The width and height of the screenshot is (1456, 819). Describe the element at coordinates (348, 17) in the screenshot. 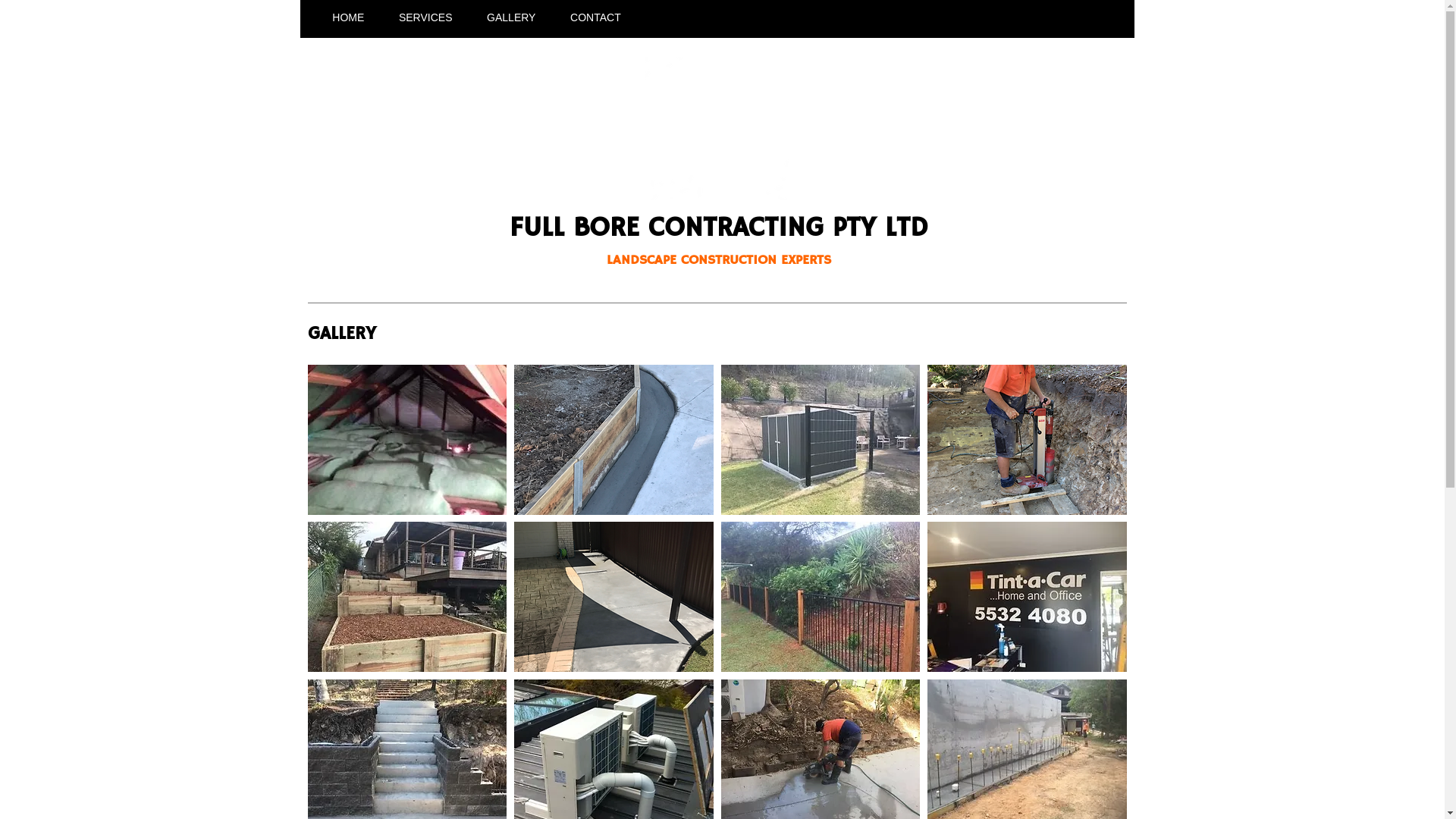

I see `'HOME'` at that location.